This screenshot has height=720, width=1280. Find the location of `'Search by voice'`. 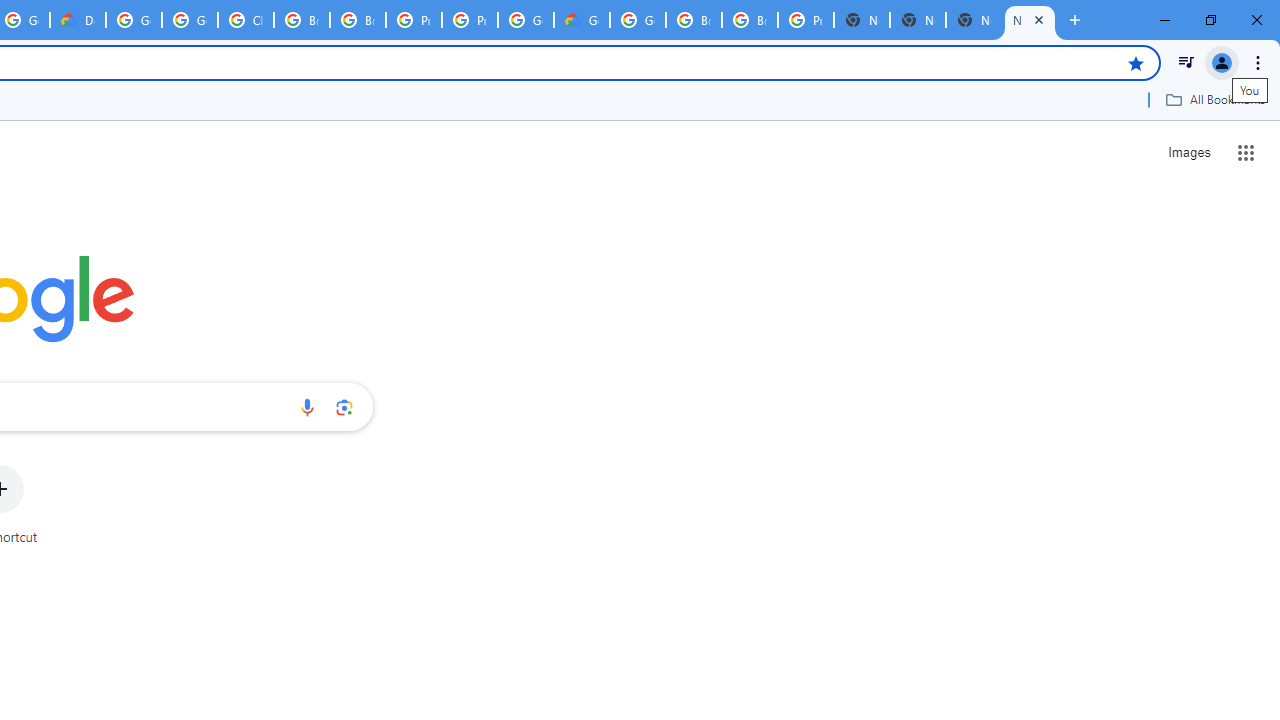

'Search by voice' is located at coordinates (306, 406).